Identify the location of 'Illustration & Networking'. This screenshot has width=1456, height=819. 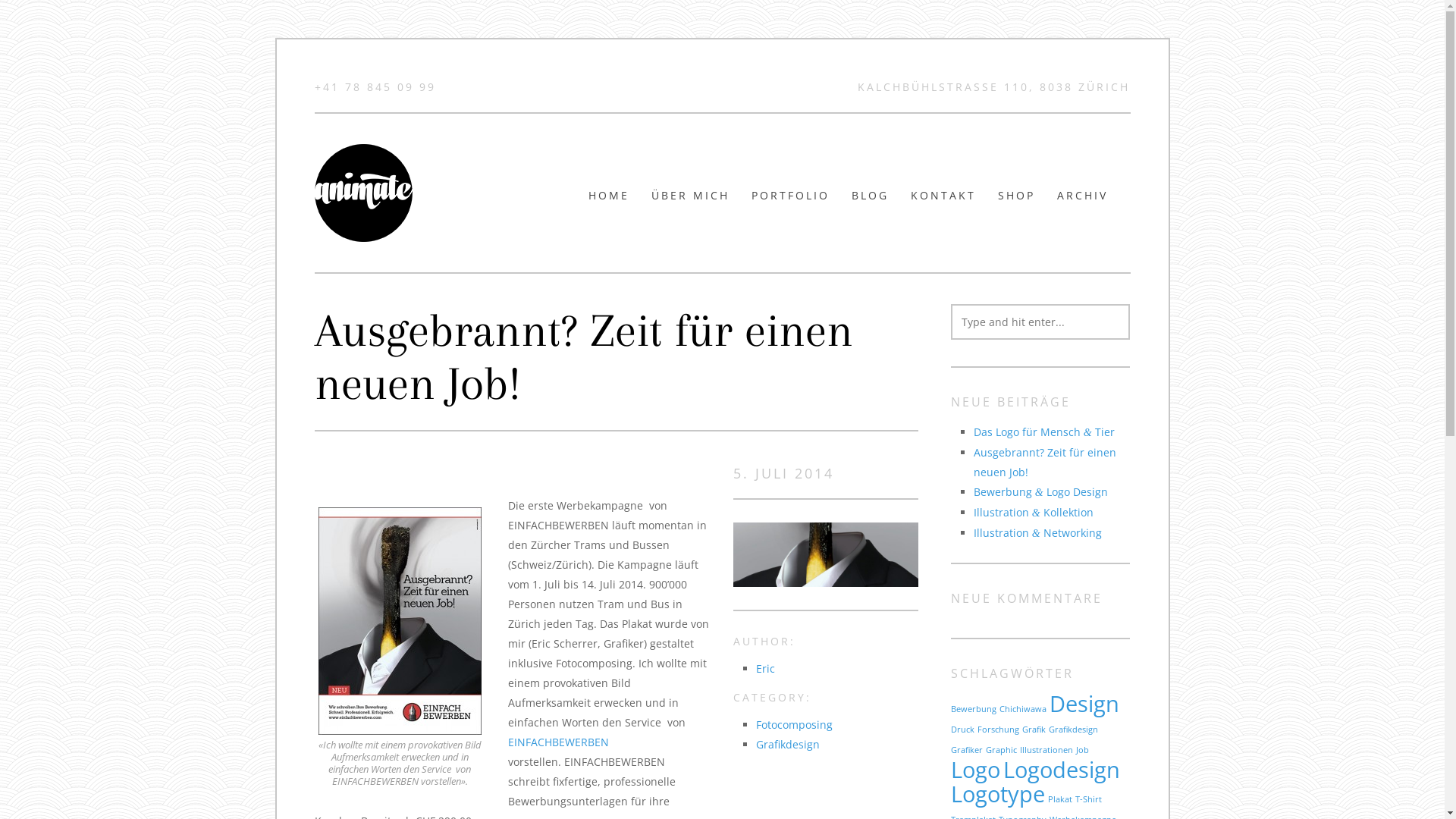
(973, 532).